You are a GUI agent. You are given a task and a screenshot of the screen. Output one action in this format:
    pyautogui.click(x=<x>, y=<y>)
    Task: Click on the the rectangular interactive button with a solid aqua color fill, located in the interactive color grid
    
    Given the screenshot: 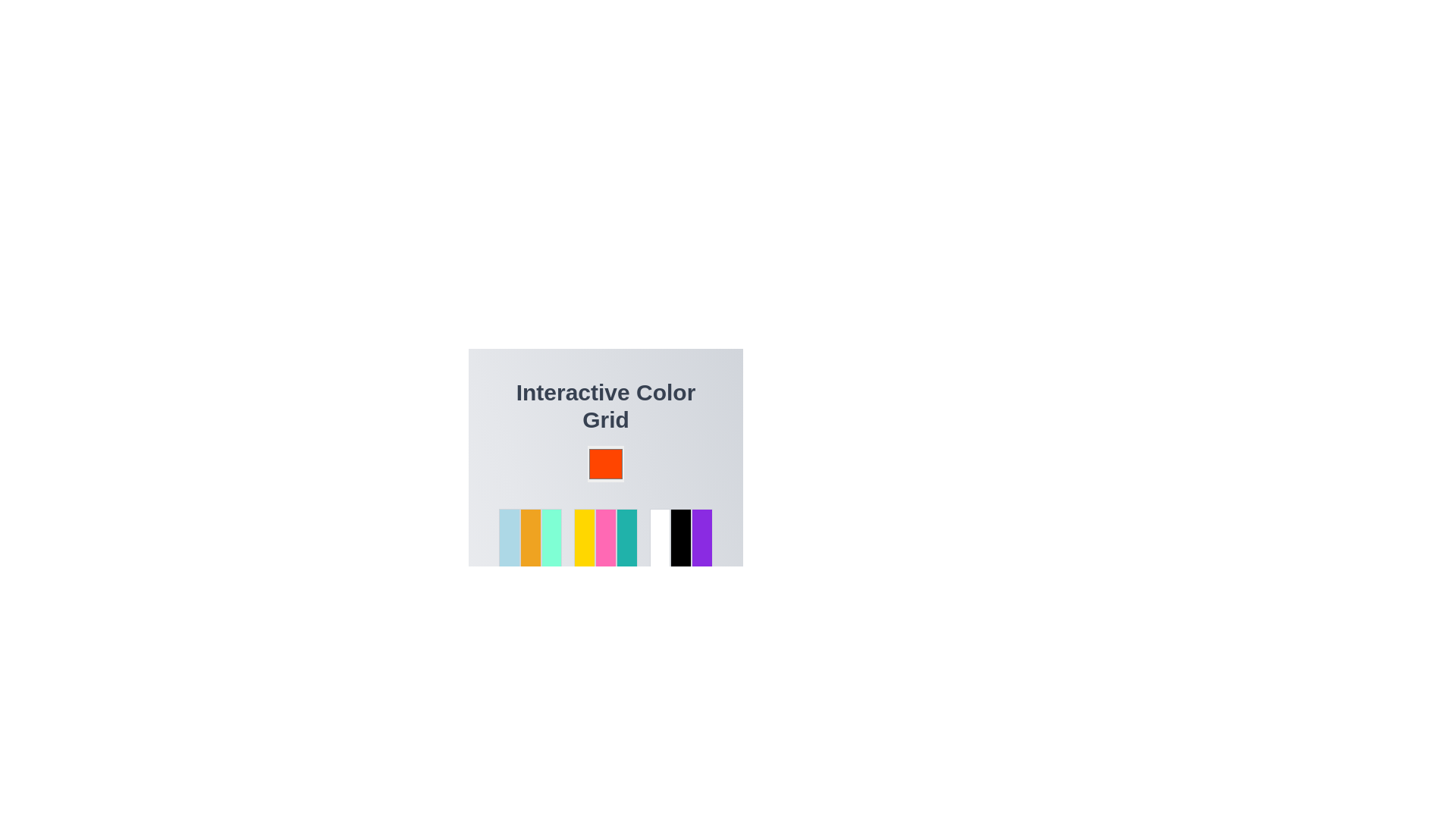 What is the action you would take?
    pyautogui.click(x=626, y=538)
    